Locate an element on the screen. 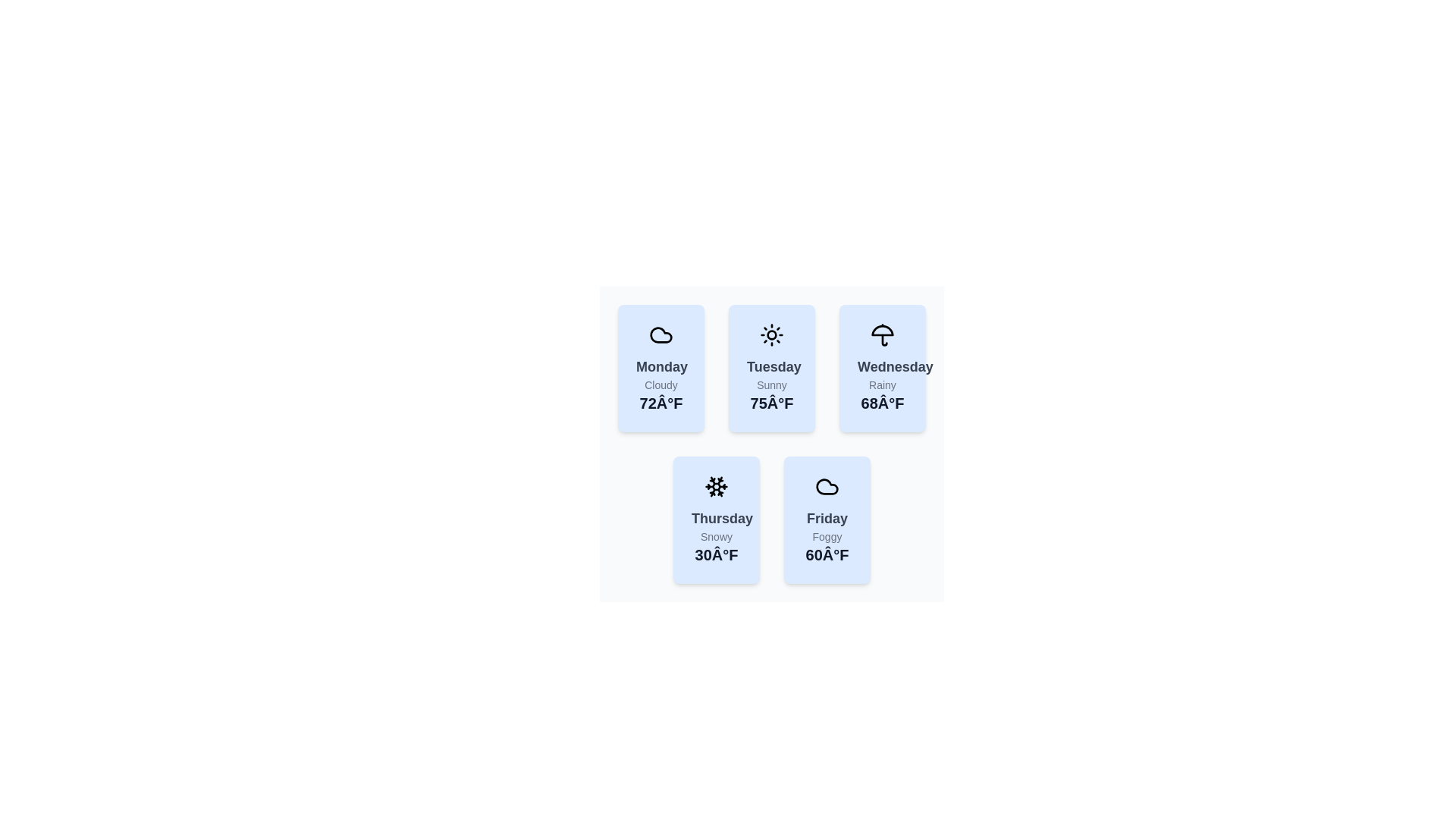 The height and width of the screenshot is (819, 1456). the temperature display text label showing '75°F' in a weather forecast card for Tuesday is located at coordinates (771, 403).